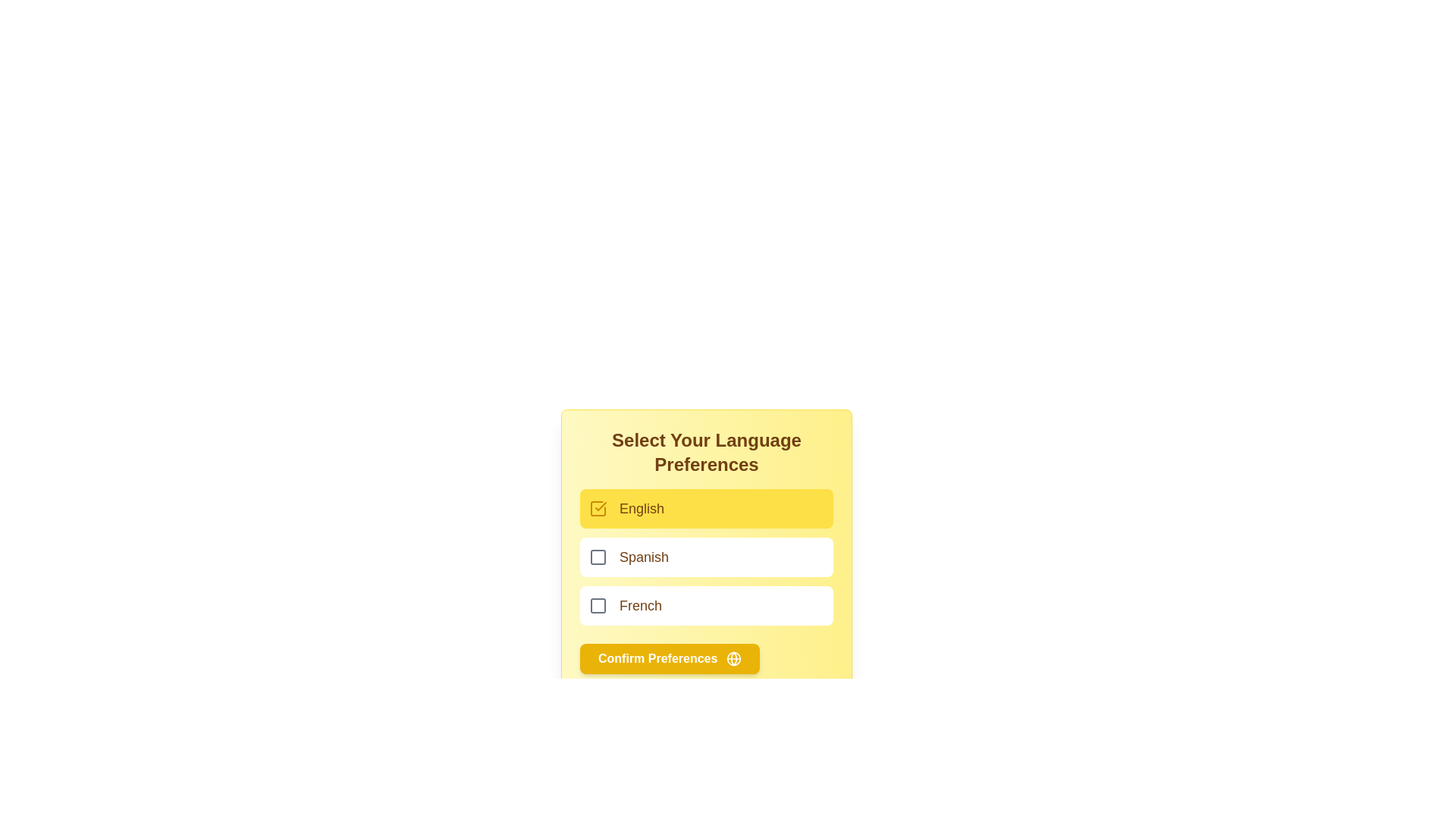 The image size is (1456, 819). Describe the element at coordinates (600, 506) in the screenshot. I see `the checkmark icon indicating the selection of the 'English' language option` at that location.